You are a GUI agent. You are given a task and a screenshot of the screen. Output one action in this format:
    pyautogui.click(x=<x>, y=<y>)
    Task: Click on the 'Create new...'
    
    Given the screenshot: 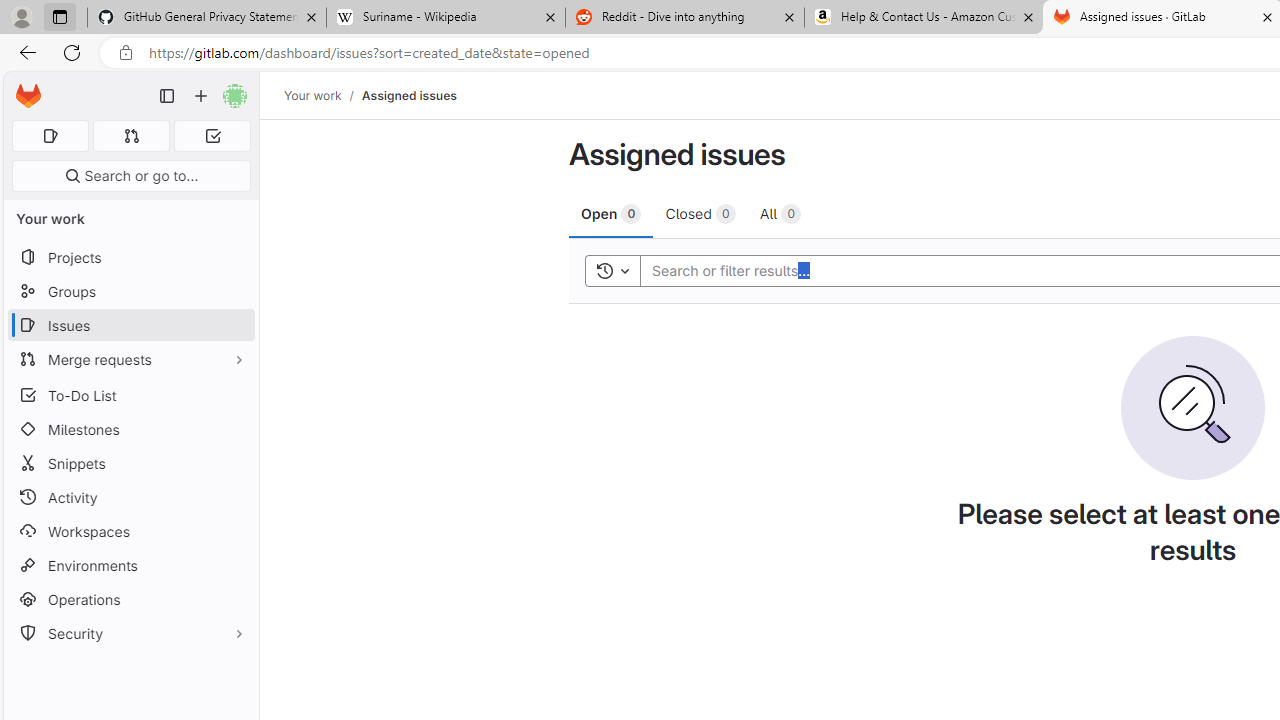 What is the action you would take?
    pyautogui.click(x=201, y=96)
    